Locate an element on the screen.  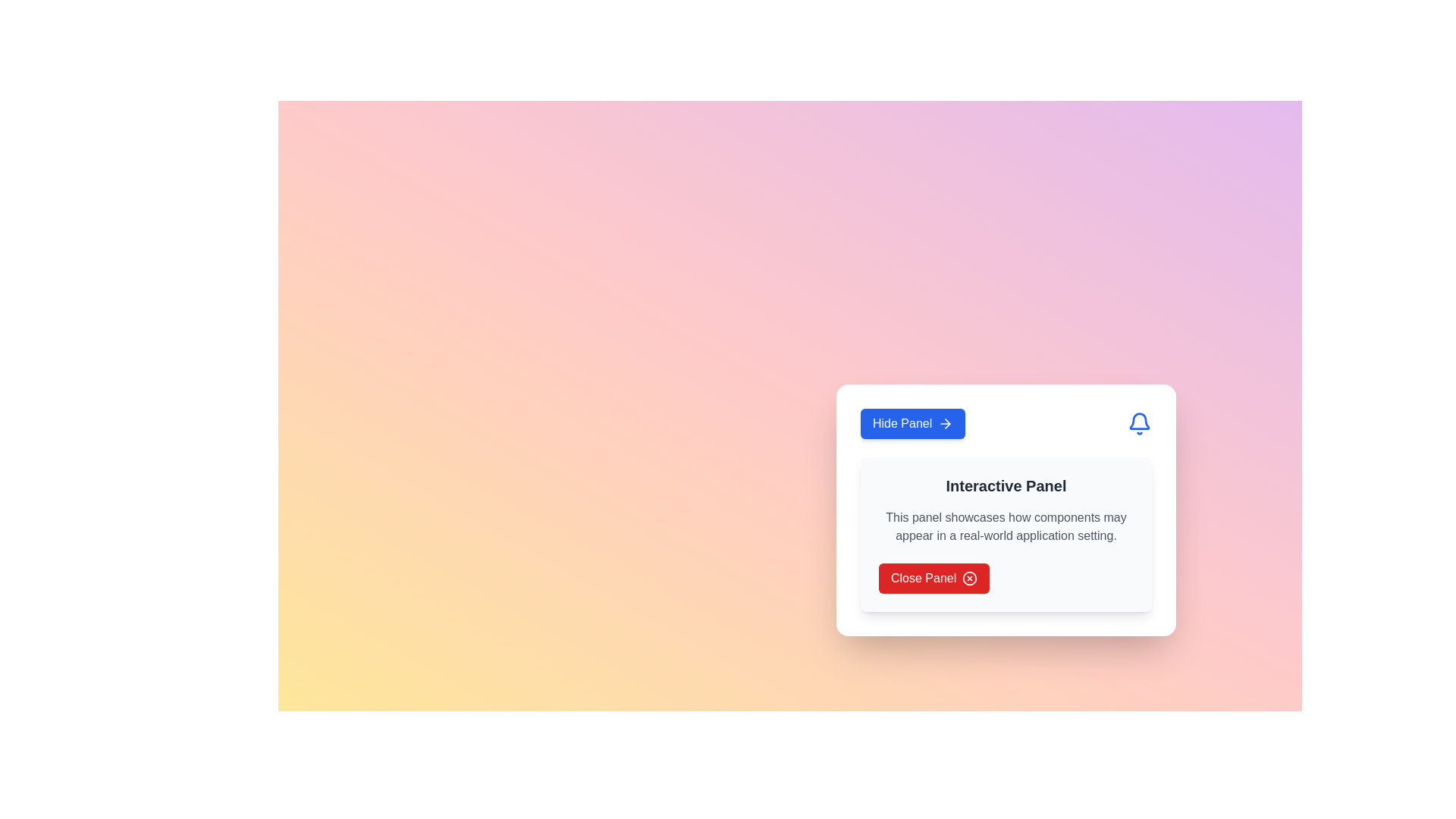
the 'Interactive Panel' static text label, which is styled in bold and large font, located at the top of the white panel component is located at coordinates (1006, 485).